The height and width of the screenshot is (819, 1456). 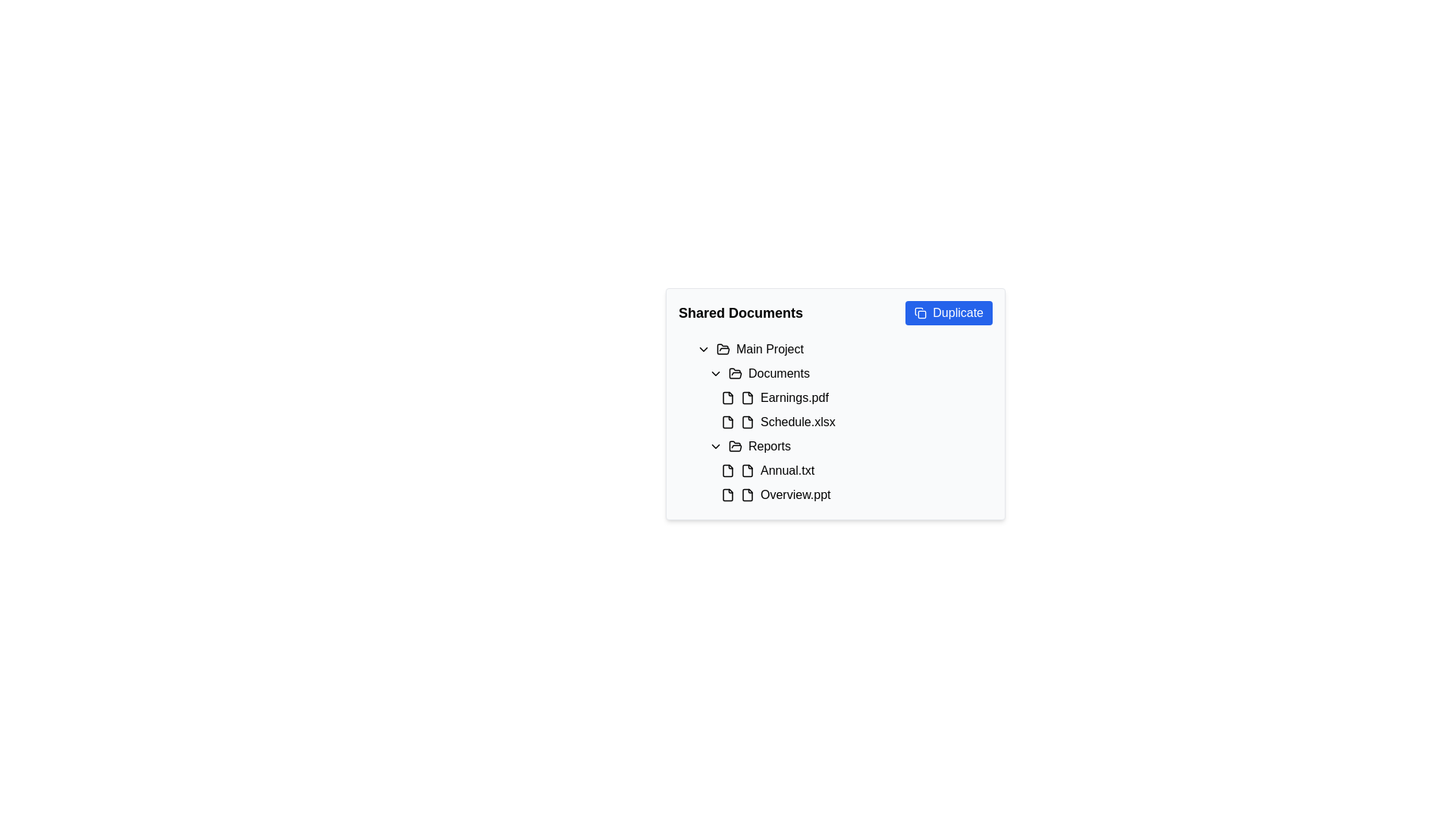 I want to click on the folder icon resembling an open folder, which indicates the folder's open status, so click(x=723, y=349).